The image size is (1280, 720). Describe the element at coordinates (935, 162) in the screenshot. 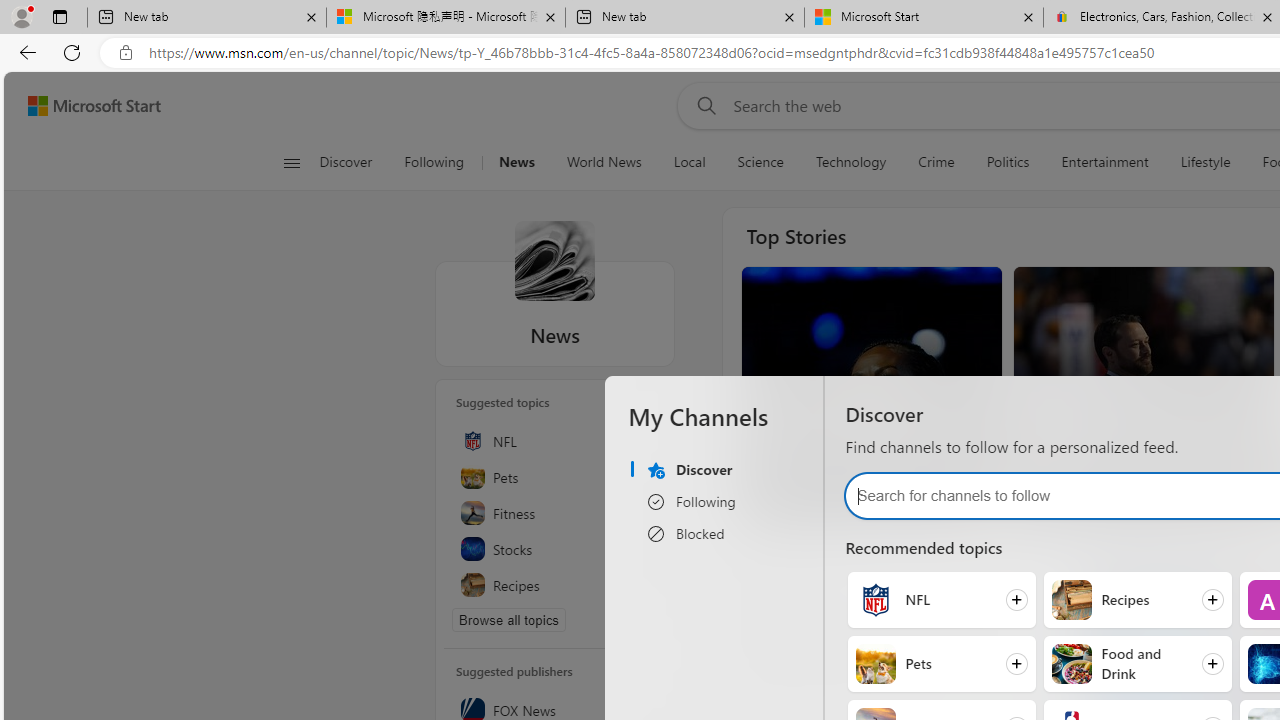

I see `'Crime'` at that location.